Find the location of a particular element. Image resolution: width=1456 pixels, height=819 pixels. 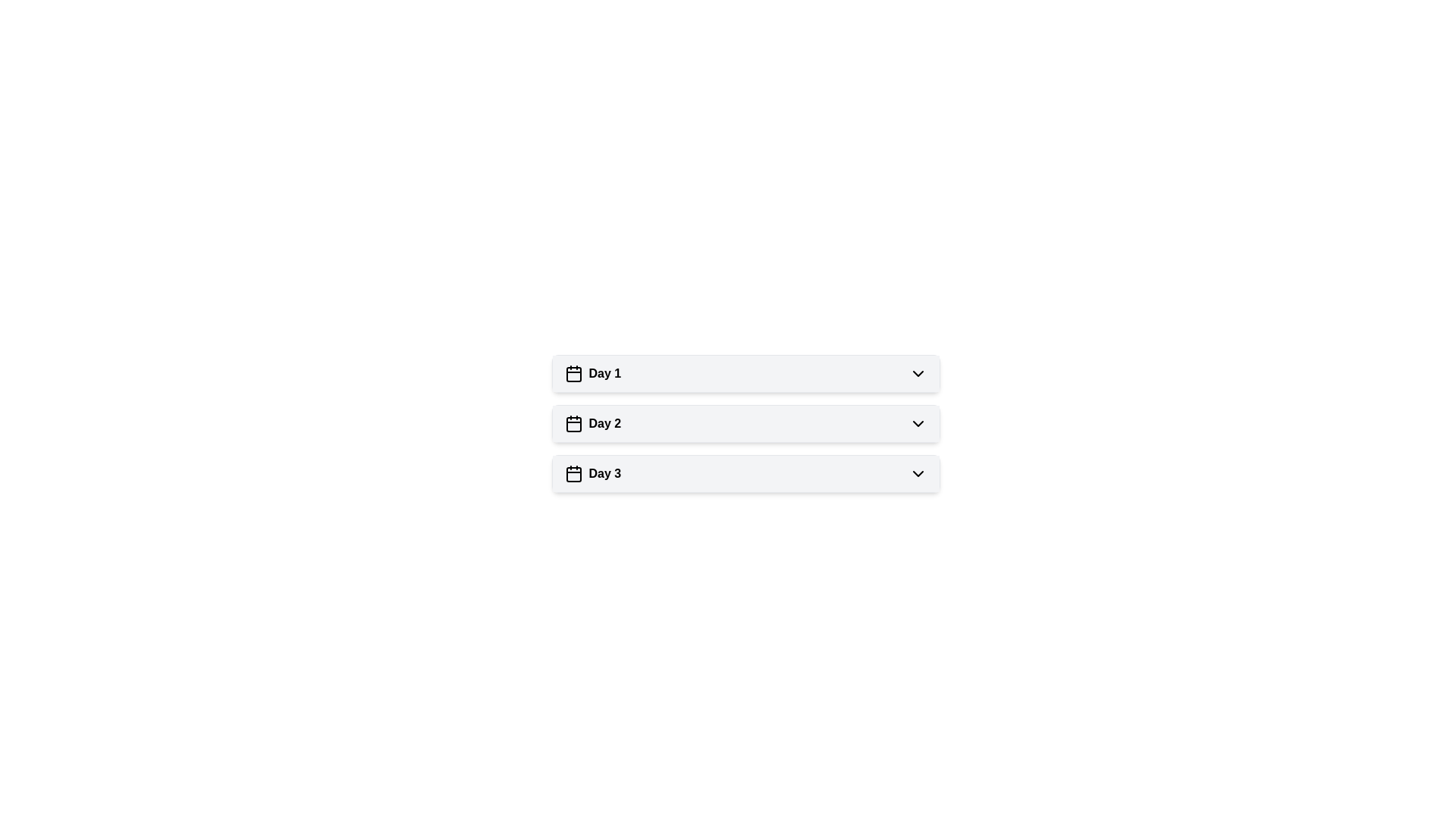

the calendar icon associated with the label 'Day 1', which is positioned to the left of the text in the first item of a vertical list is located at coordinates (573, 374).